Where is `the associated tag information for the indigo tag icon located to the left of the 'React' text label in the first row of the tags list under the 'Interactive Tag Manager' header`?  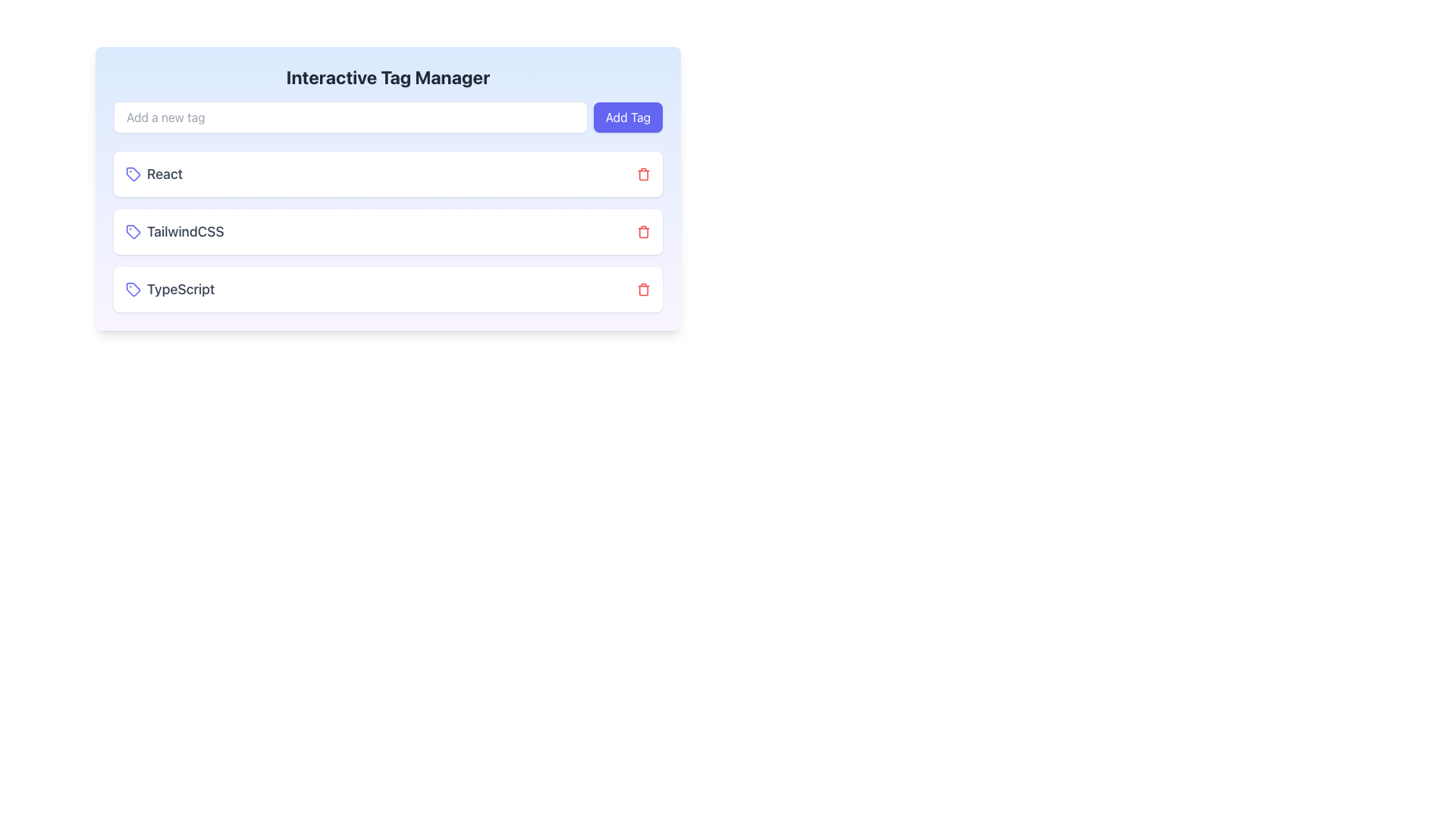 the associated tag information for the indigo tag icon located to the left of the 'React' text label in the first row of the tags list under the 'Interactive Tag Manager' header is located at coordinates (133, 174).